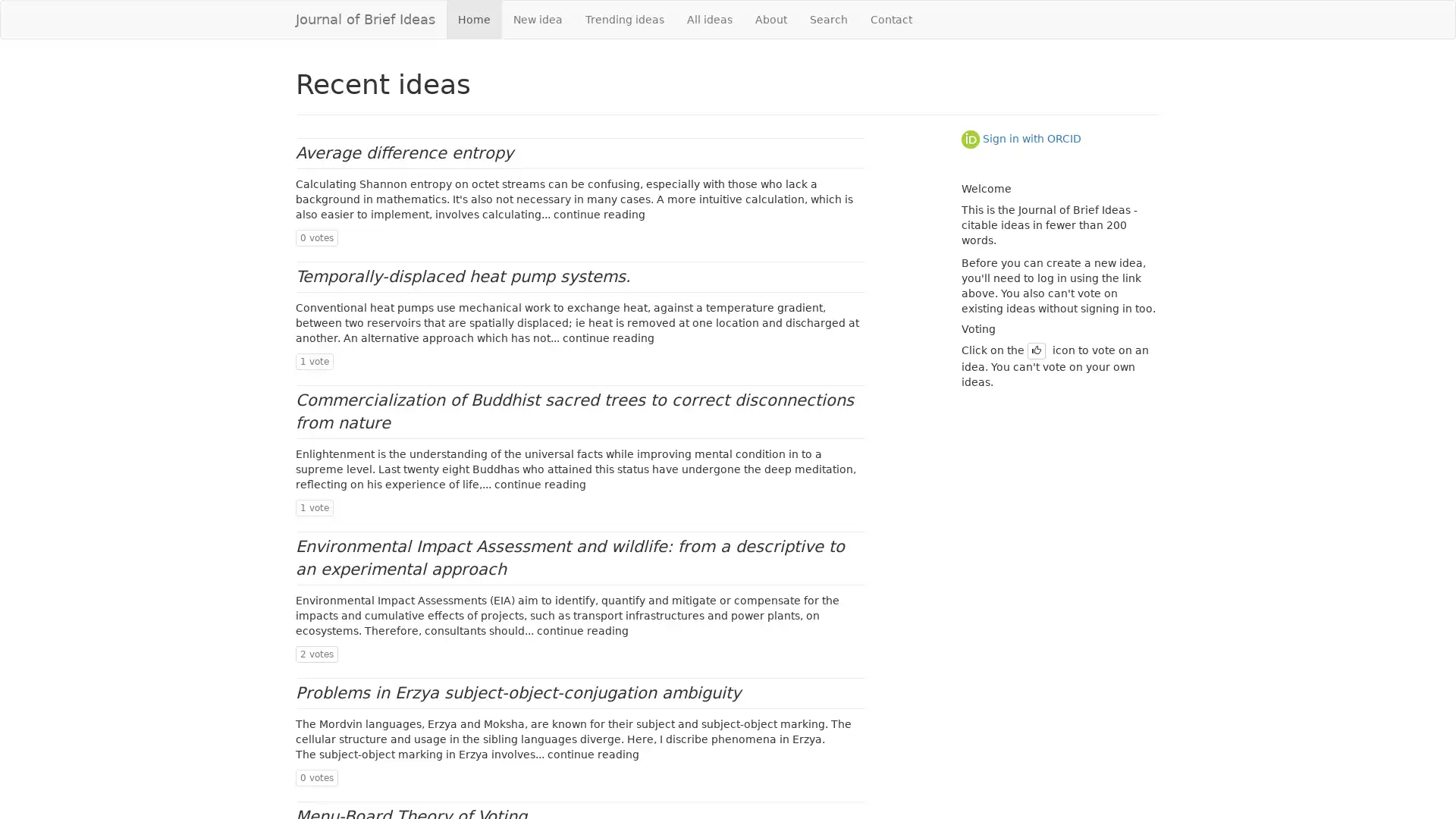  I want to click on 0 votes, so click(315, 778).